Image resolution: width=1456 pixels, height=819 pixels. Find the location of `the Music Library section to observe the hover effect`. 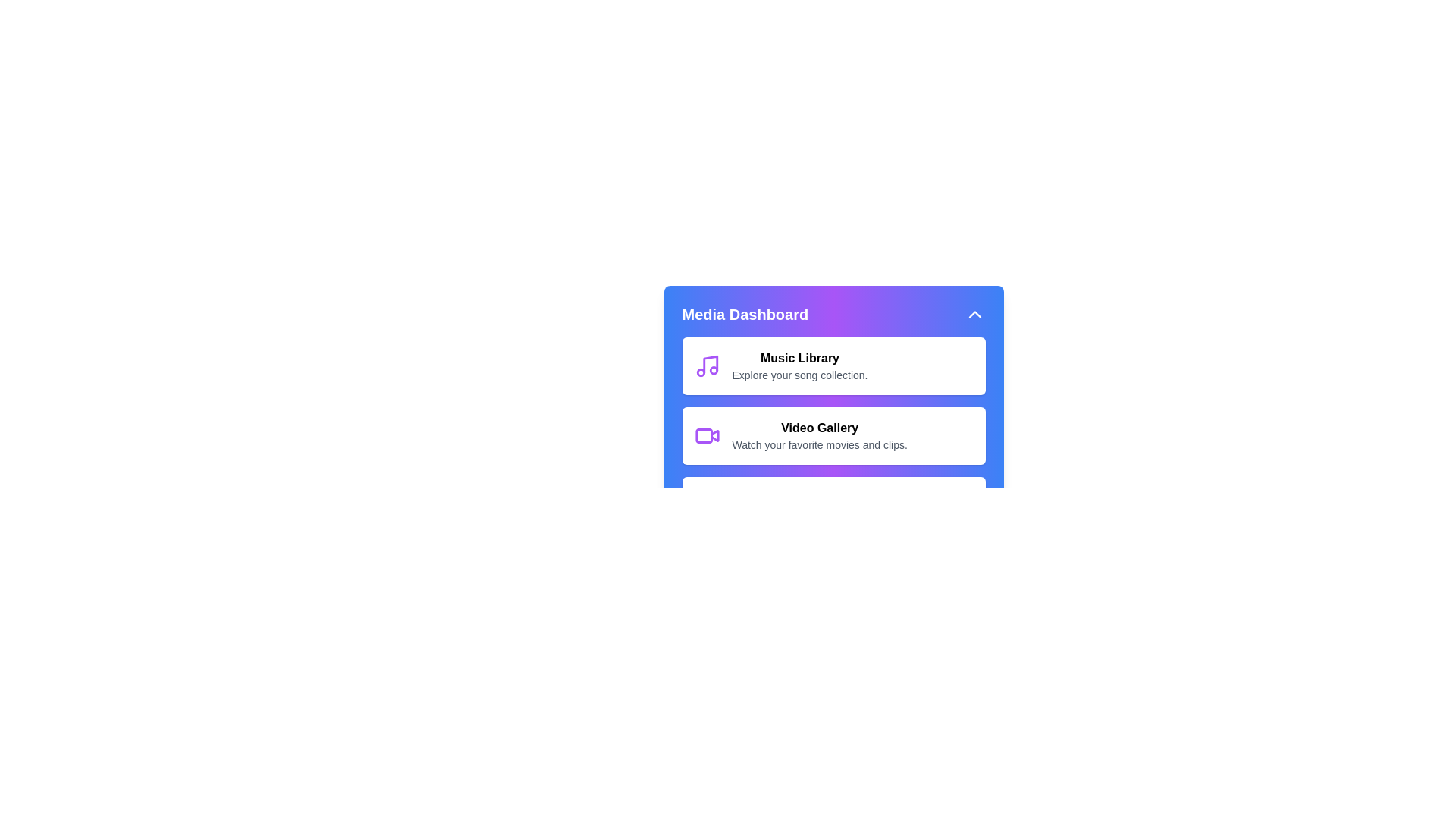

the Music Library section to observe the hover effect is located at coordinates (833, 366).